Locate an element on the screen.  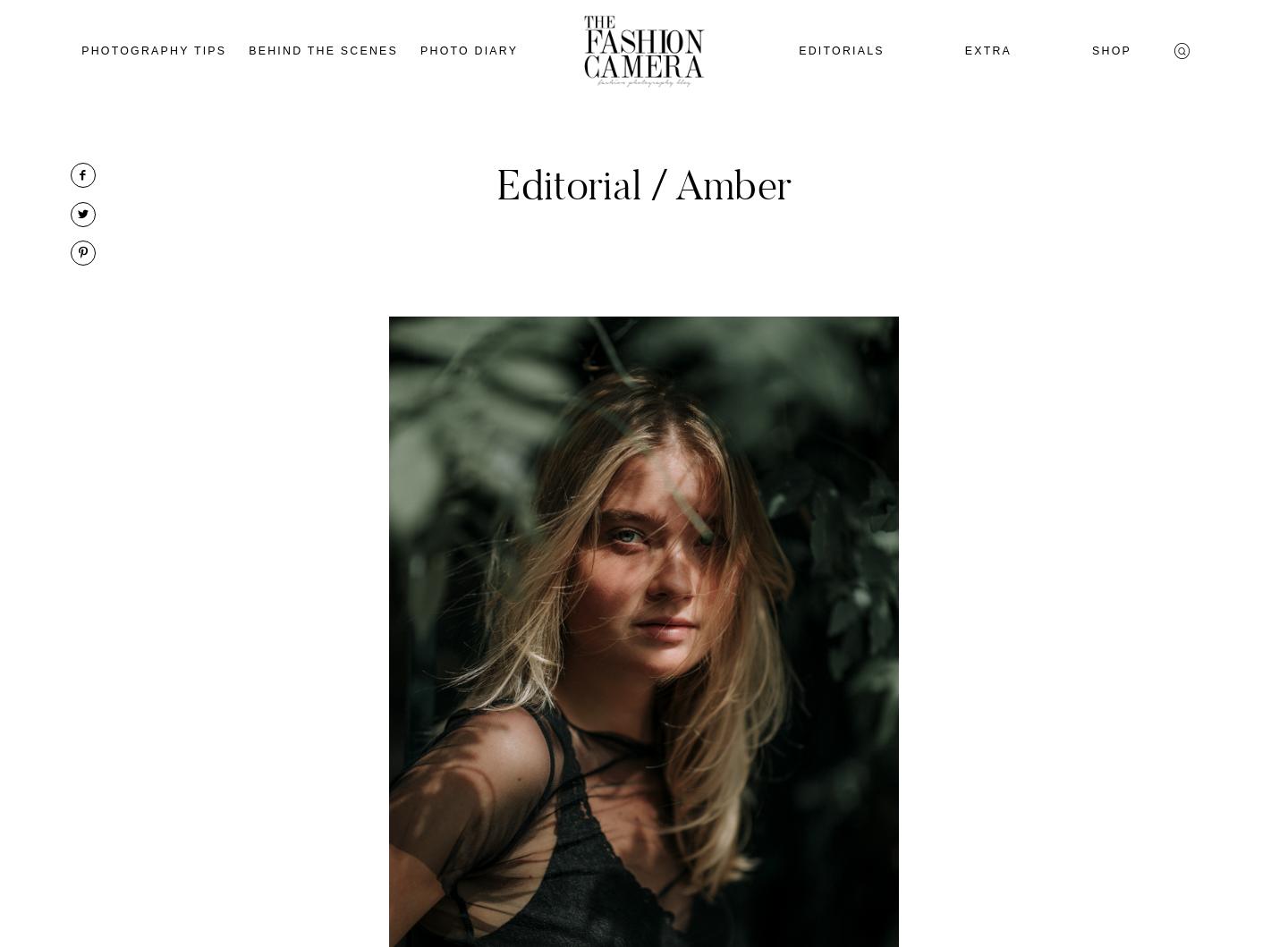
'Algemene Voorwaarden' is located at coordinates (1169, 343).